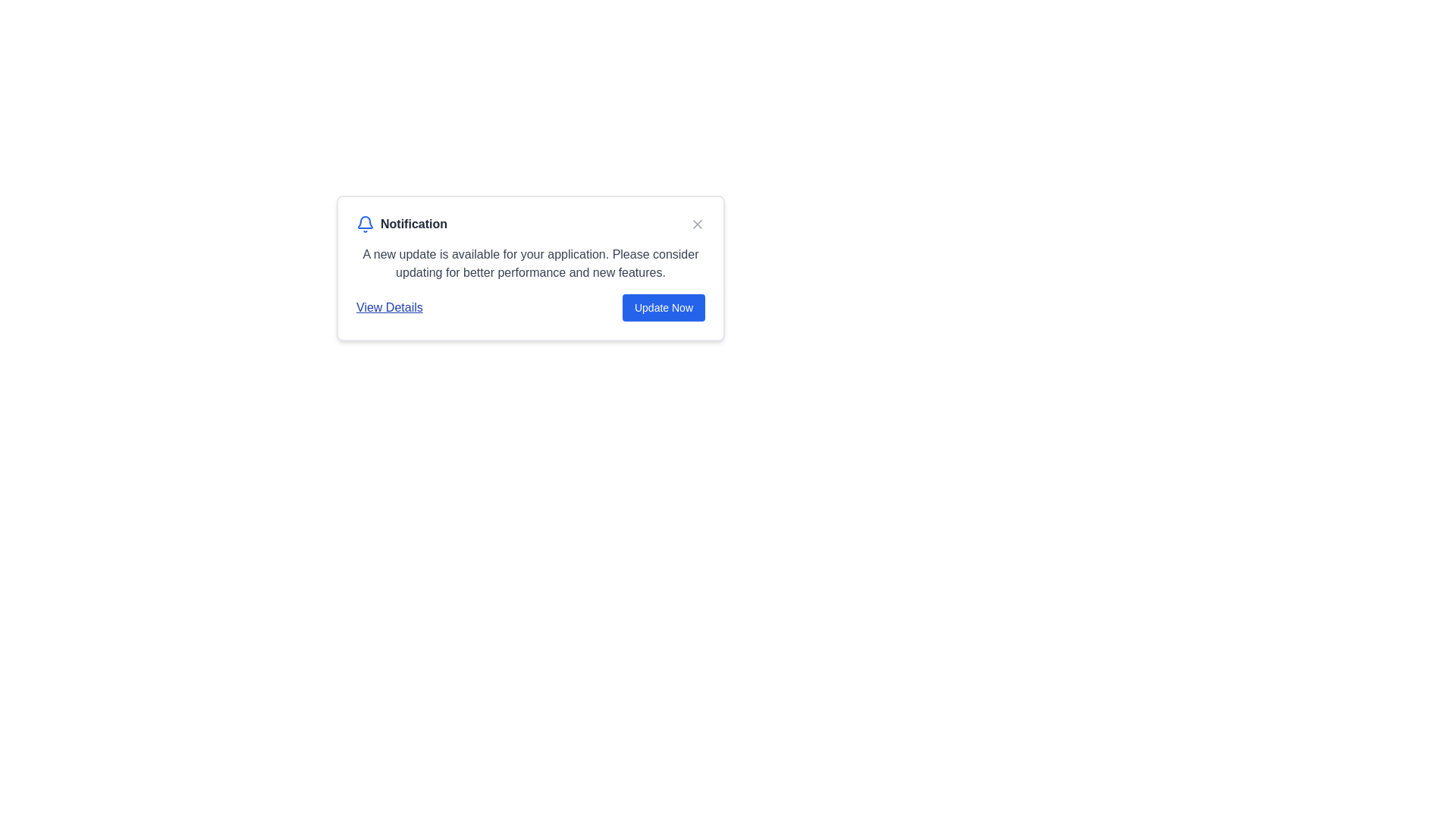 The height and width of the screenshot is (819, 1456). What do you see at coordinates (531, 262) in the screenshot?
I see `the text content that reads 'A new update is available for your application. Please consider updating for better performance and new features.' in the notification modal` at bounding box center [531, 262].